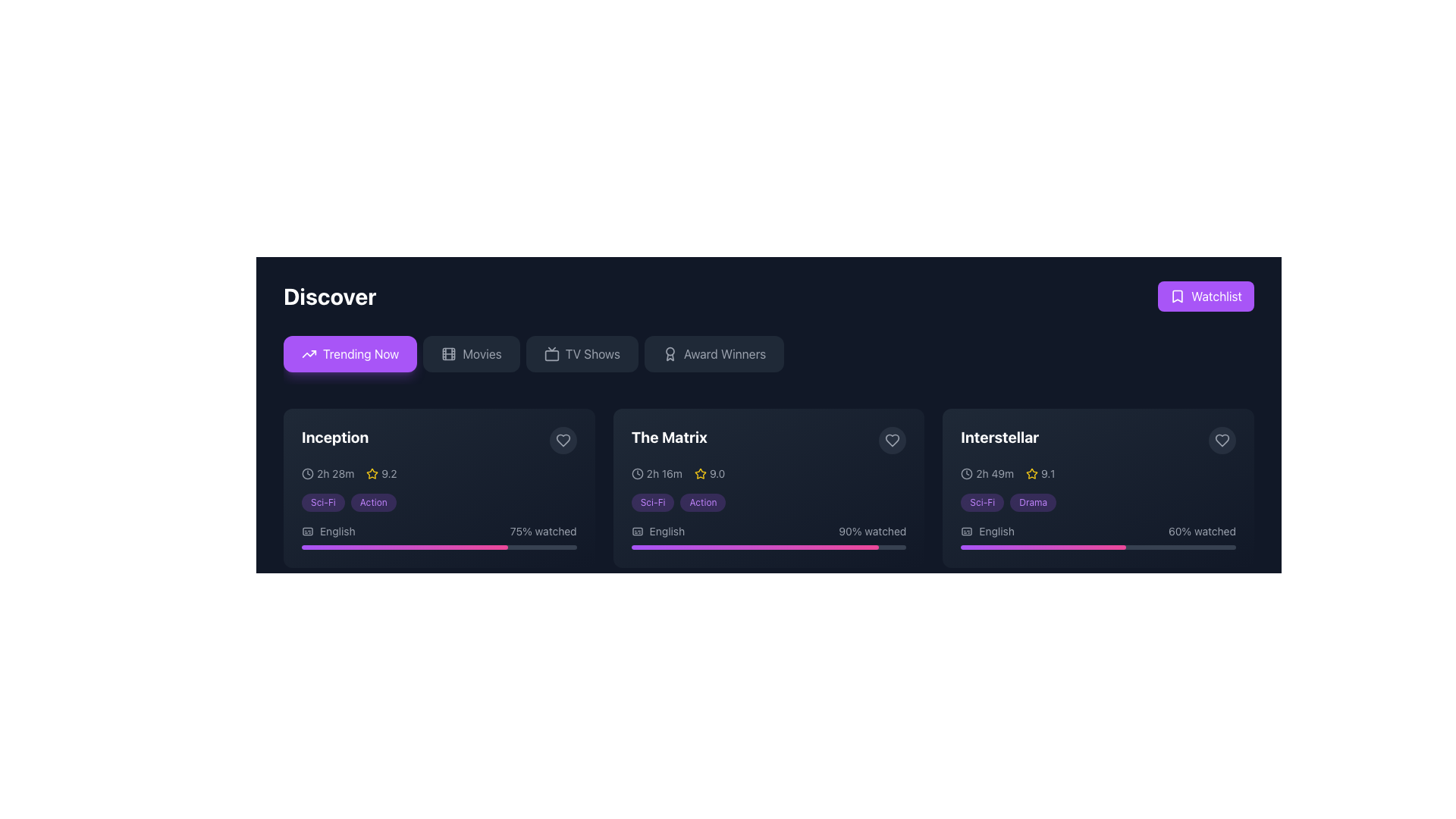  Describe the element at coordinates (360, 353) in the screenshot. I see `the 'Trending Now' text label within the first button in the horizontal row of category buttons at the top of the interface` at that location.